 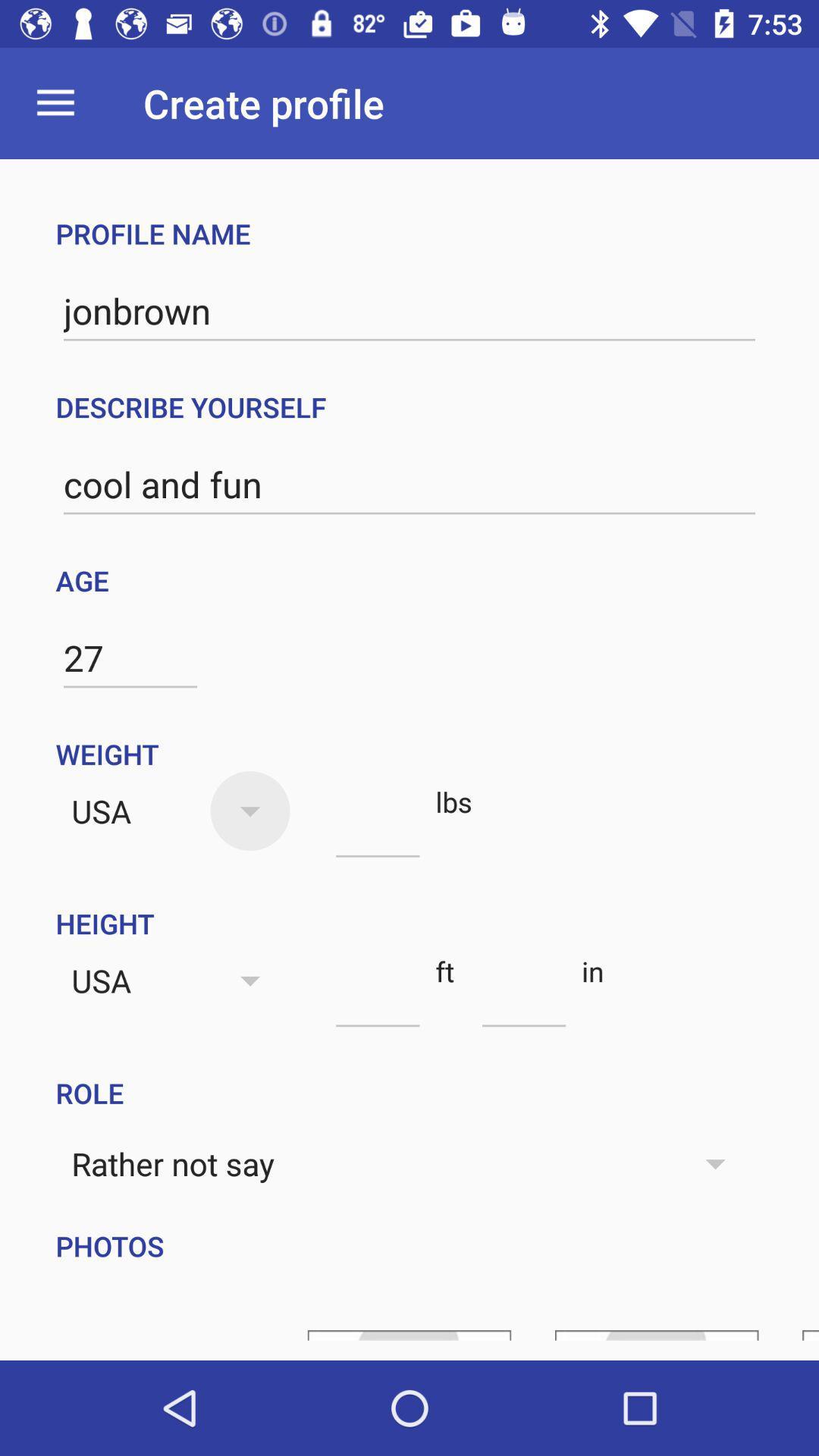 What do you see at coordinates (377, 999) in the screenshot?
I see `feet text` at bounding box center [377, 999].